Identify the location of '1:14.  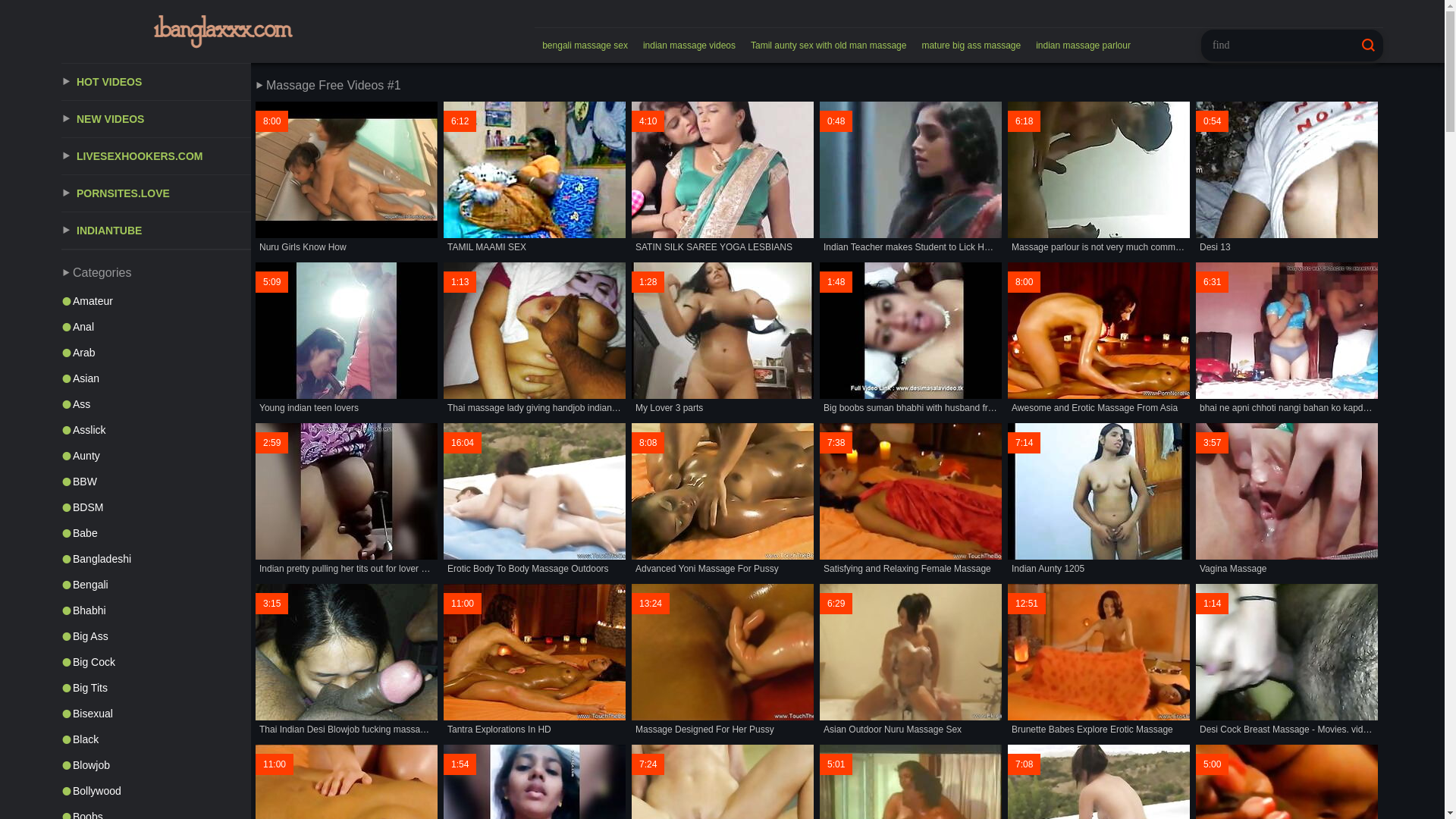
(1195, 660).